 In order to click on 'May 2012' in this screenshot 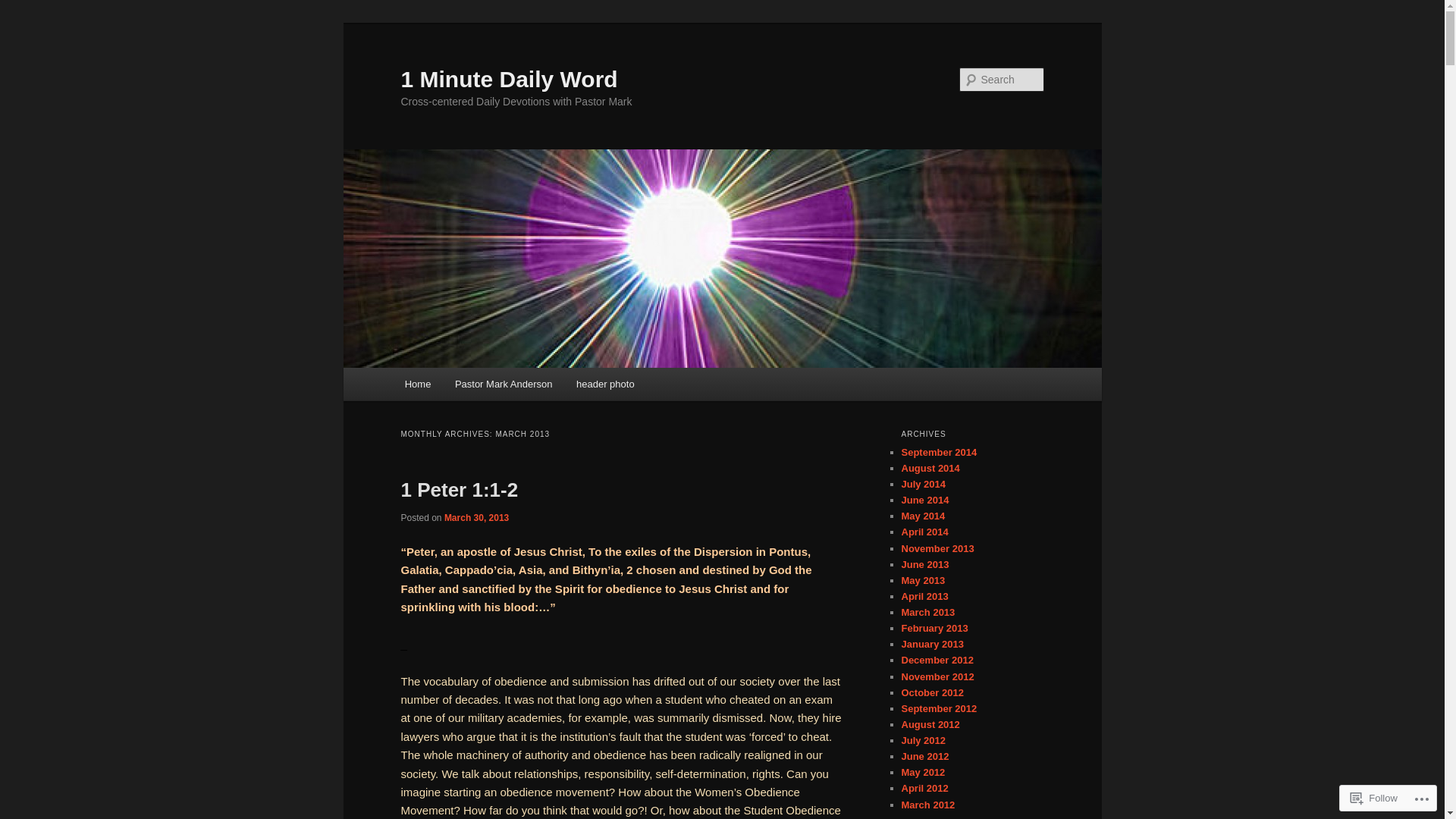, I will do `click(901, 772)`.